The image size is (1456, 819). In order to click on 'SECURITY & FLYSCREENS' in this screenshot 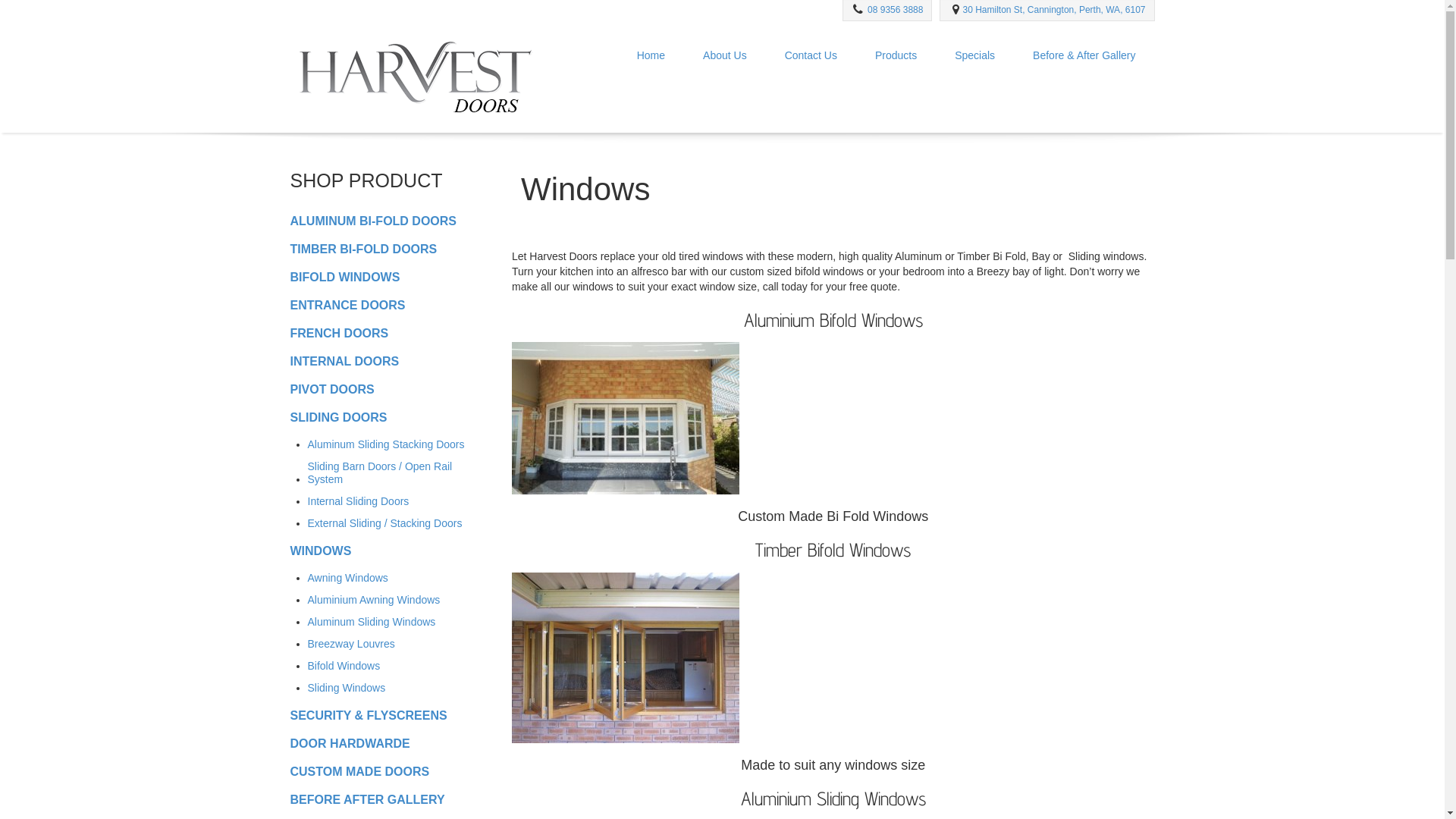, I will do `click(368, 714)`.